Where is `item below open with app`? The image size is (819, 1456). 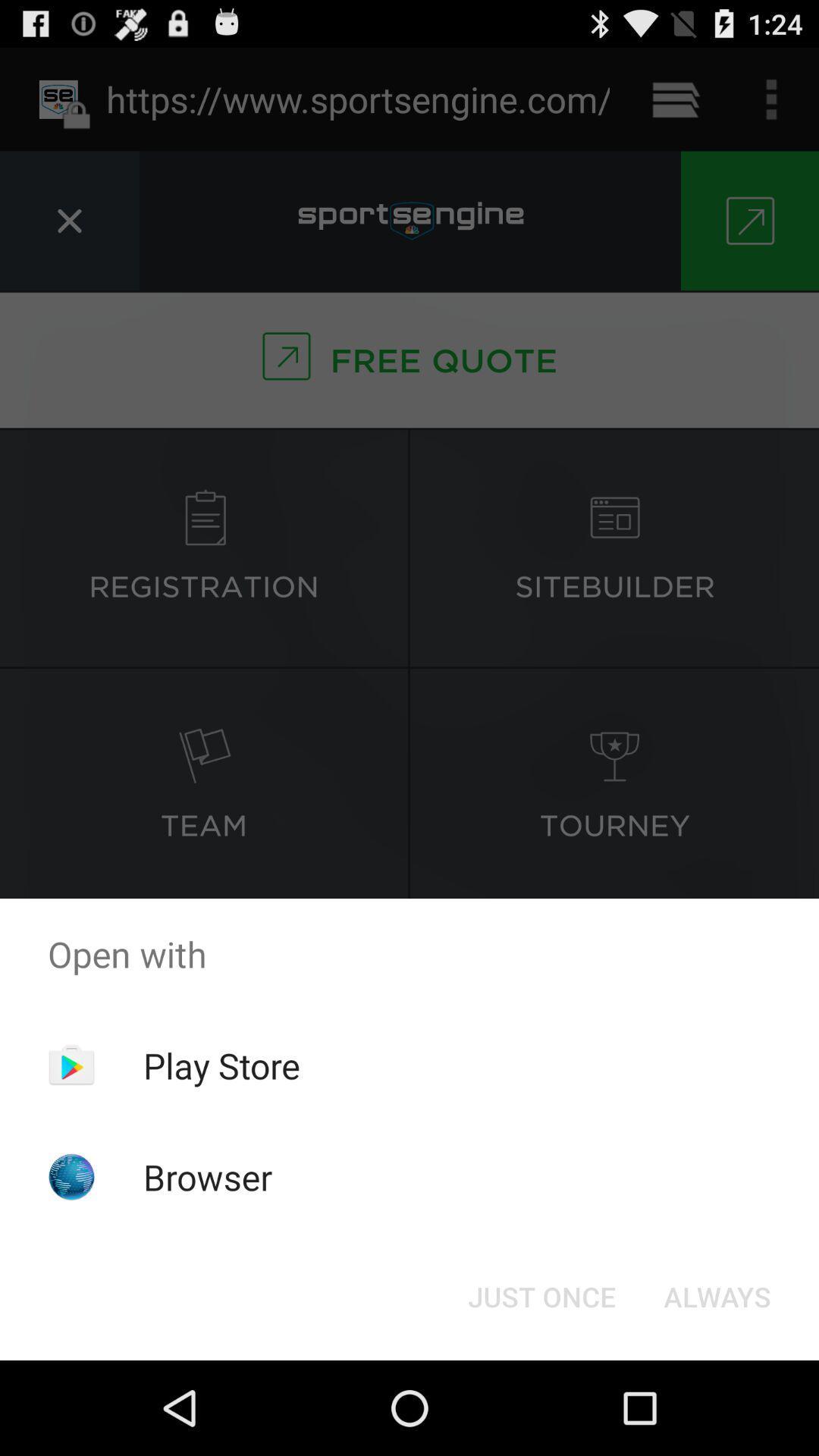 item below open with app is located at coordinates (717, 1295).